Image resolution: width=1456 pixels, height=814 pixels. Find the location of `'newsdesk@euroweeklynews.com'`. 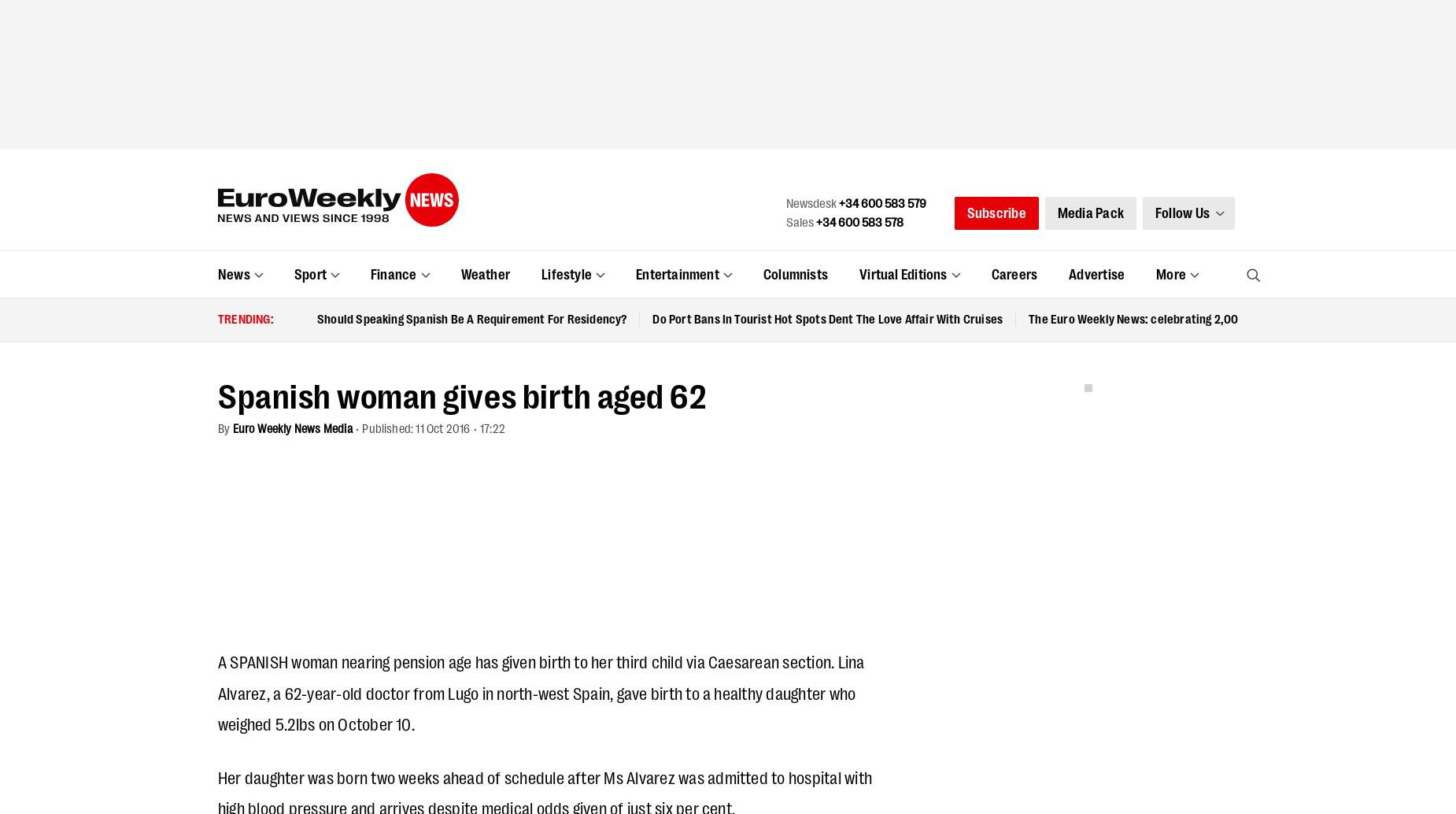

'newsdesk@euroweeklynews.com' is located at coordinates (609, 342).